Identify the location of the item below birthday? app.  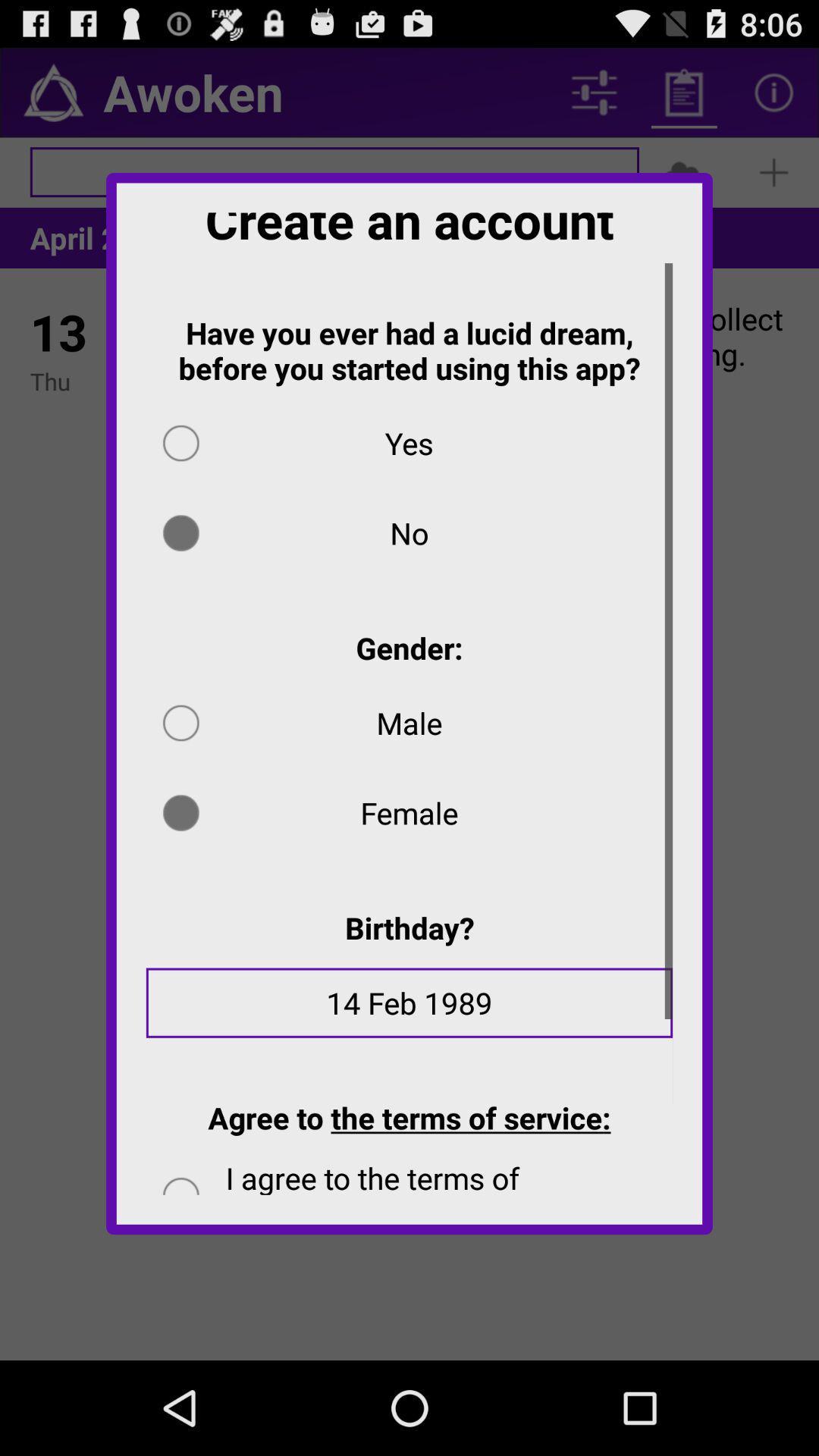
(409, 1013).